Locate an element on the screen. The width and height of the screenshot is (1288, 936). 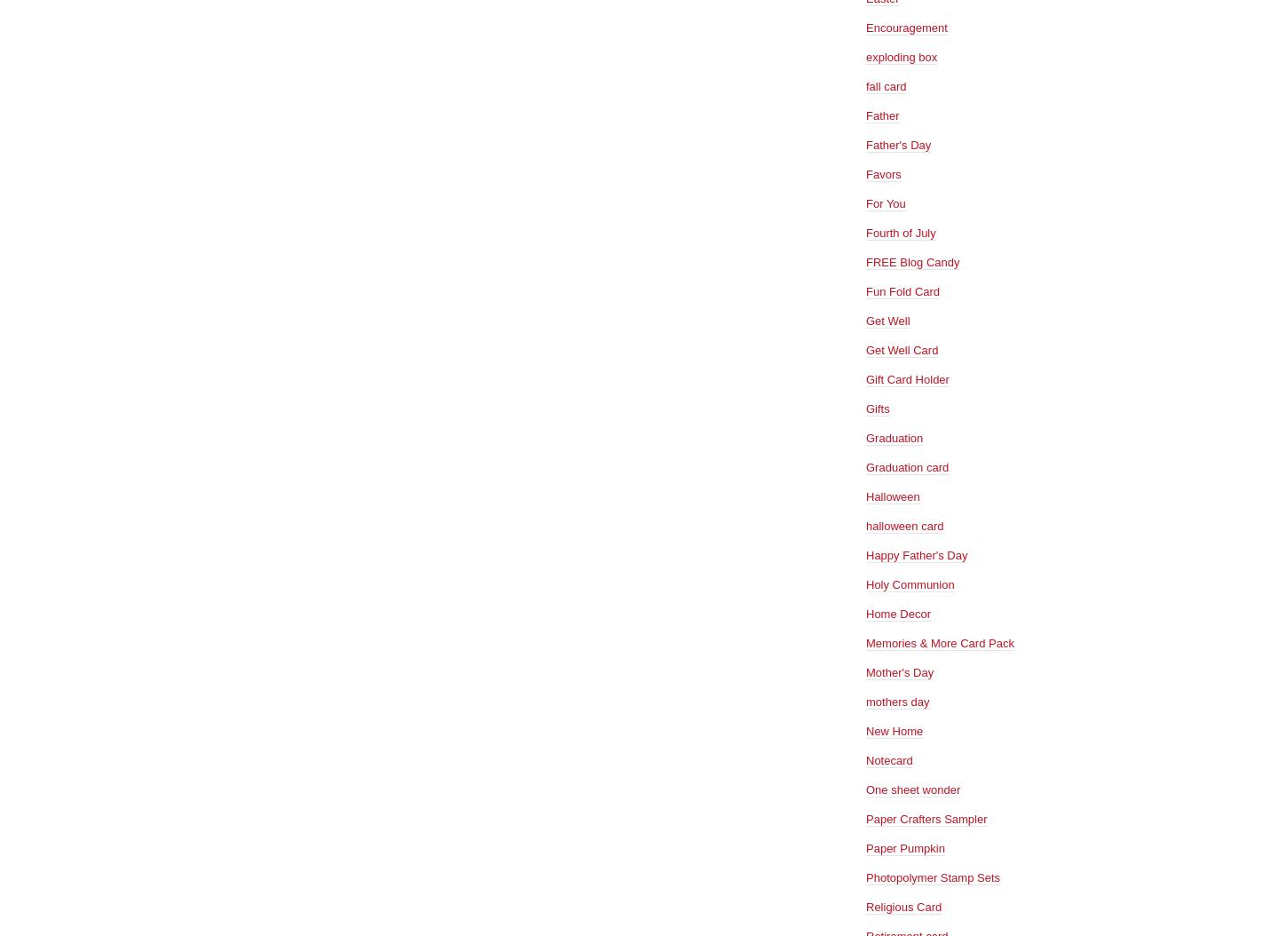
'Encouragement' is located at coordinates (906, 27).